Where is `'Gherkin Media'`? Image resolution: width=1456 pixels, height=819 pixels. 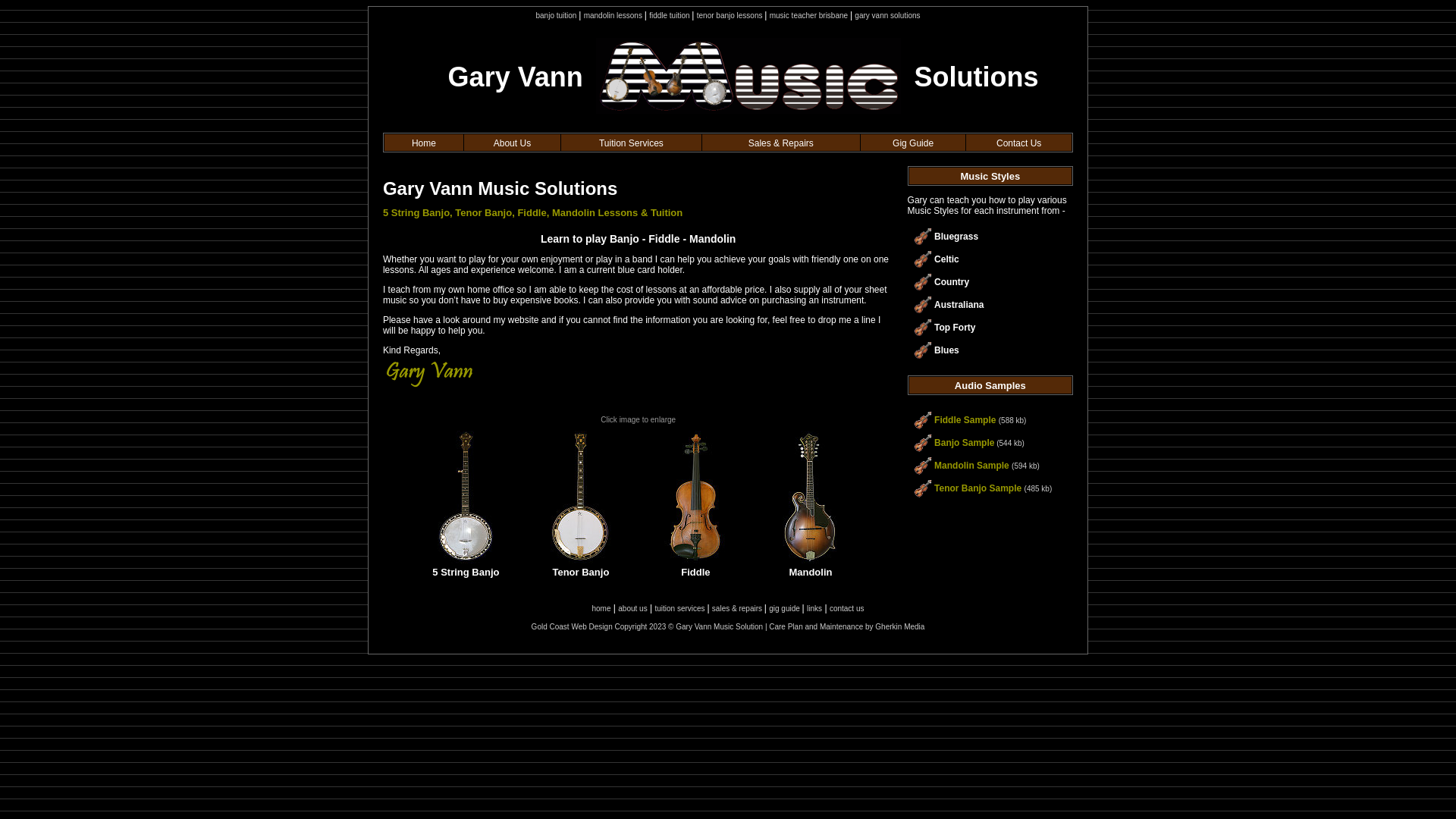 'Gherkin Media' is located at coordinates (899, 626).